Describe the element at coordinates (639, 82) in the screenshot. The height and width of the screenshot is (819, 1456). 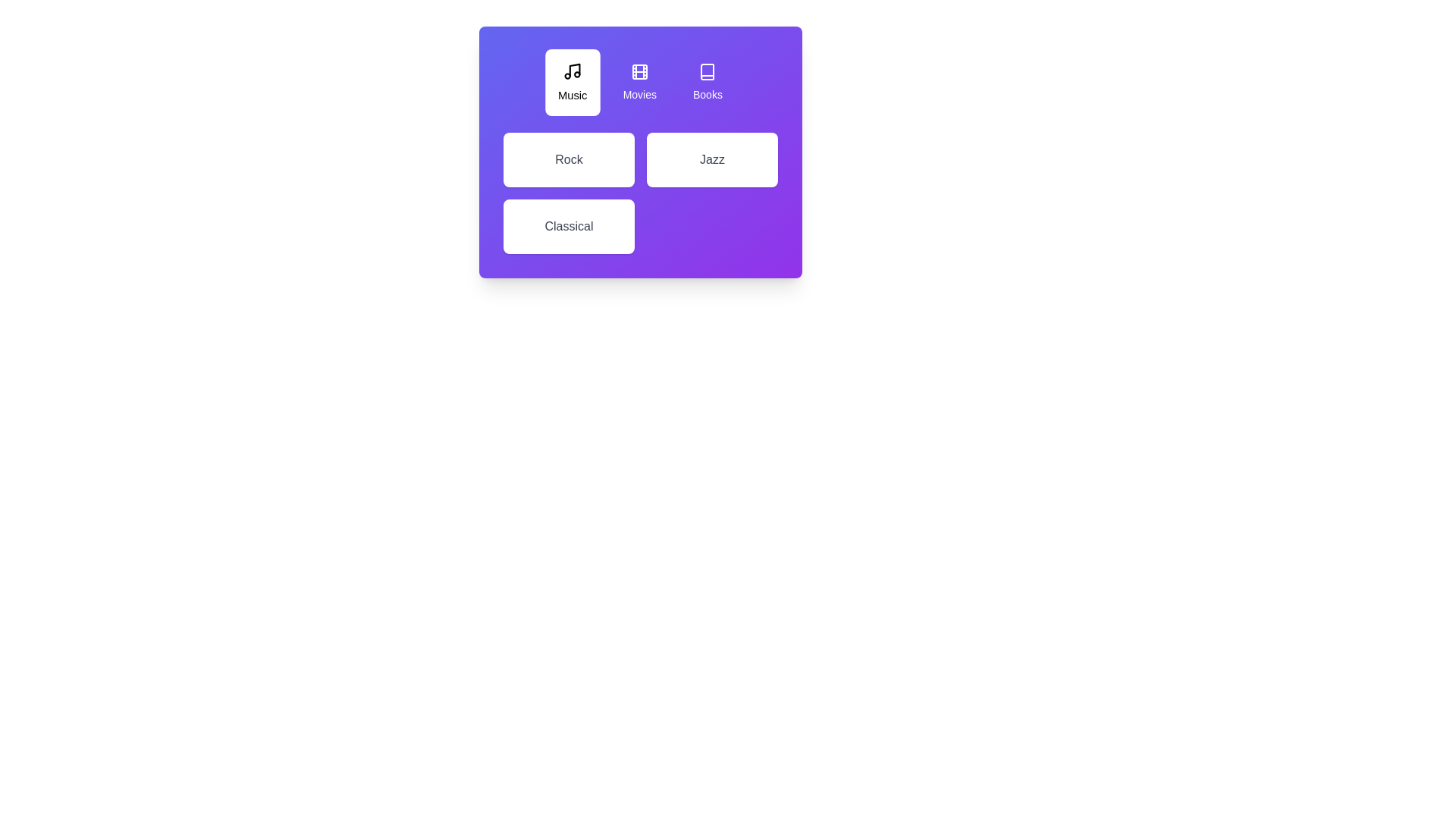
I see `the tab labeled Movies to switch to that tab` at that location.